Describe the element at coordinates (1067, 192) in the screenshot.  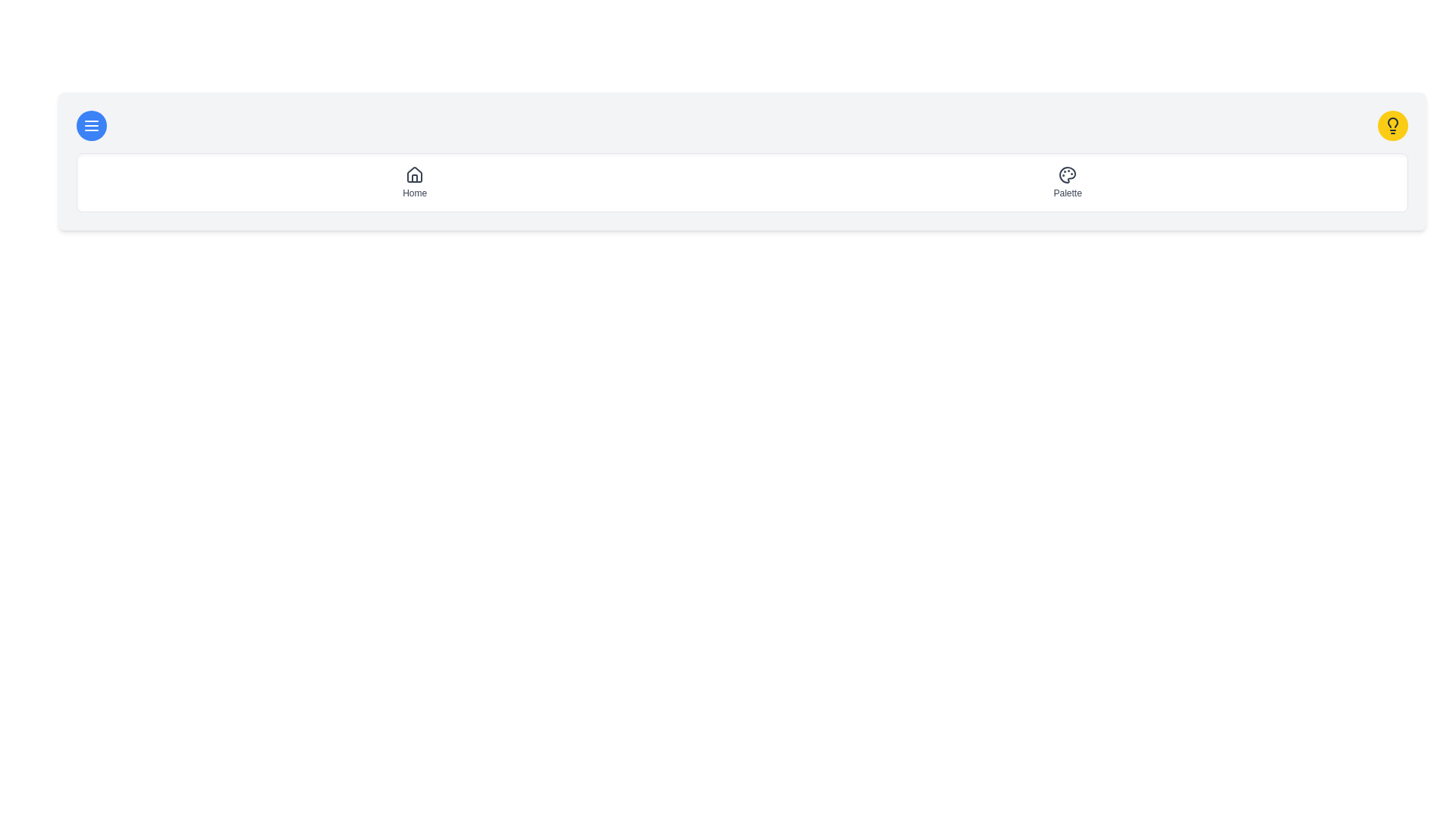
I see `the 'Palette' static text label, which is styled in a small font and positioned directly below the palette icon` at that location.